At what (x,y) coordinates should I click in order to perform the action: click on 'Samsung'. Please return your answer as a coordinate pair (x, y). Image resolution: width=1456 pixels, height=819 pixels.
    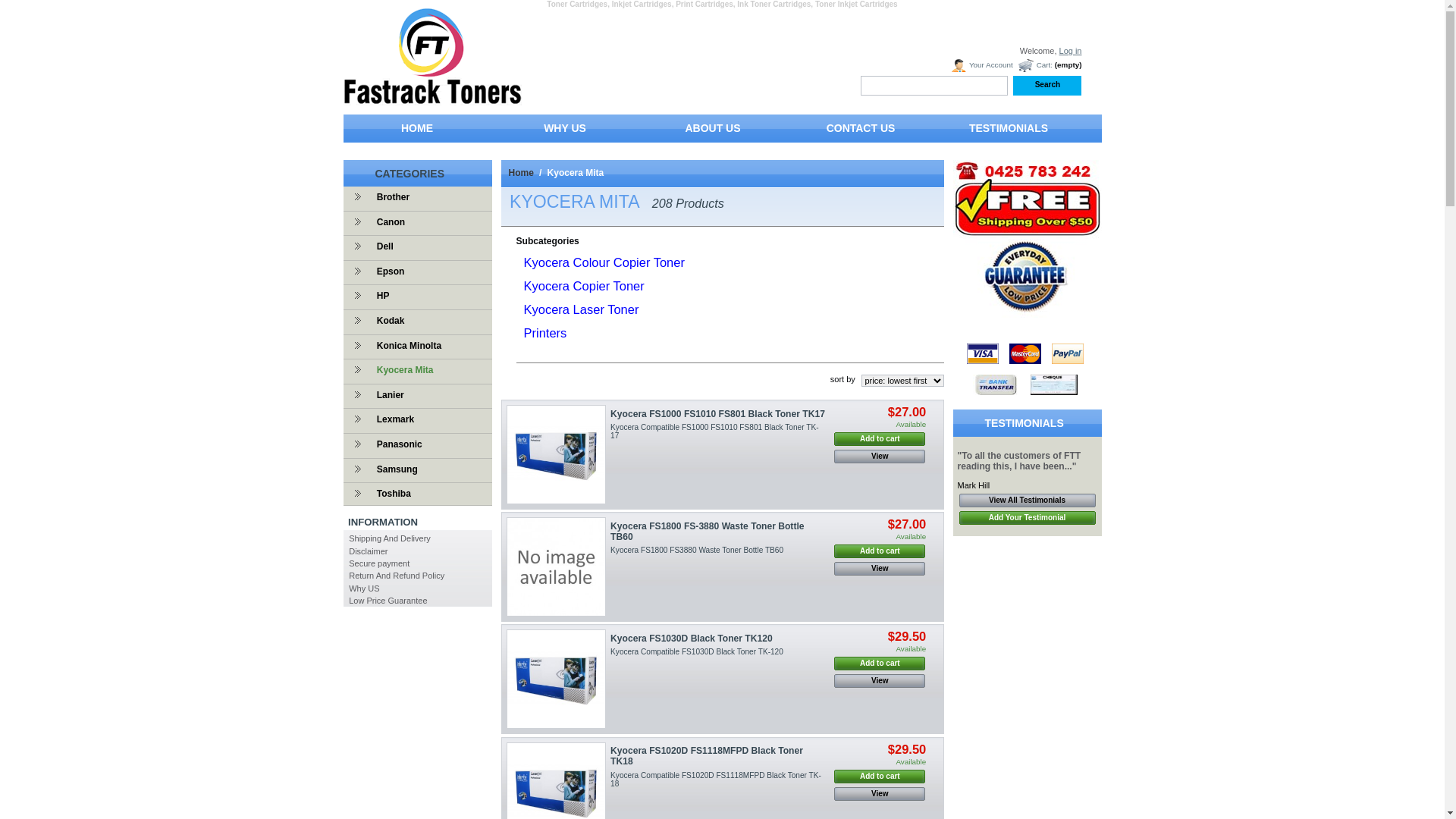
    Looking at the image, I should click on (393, 468).